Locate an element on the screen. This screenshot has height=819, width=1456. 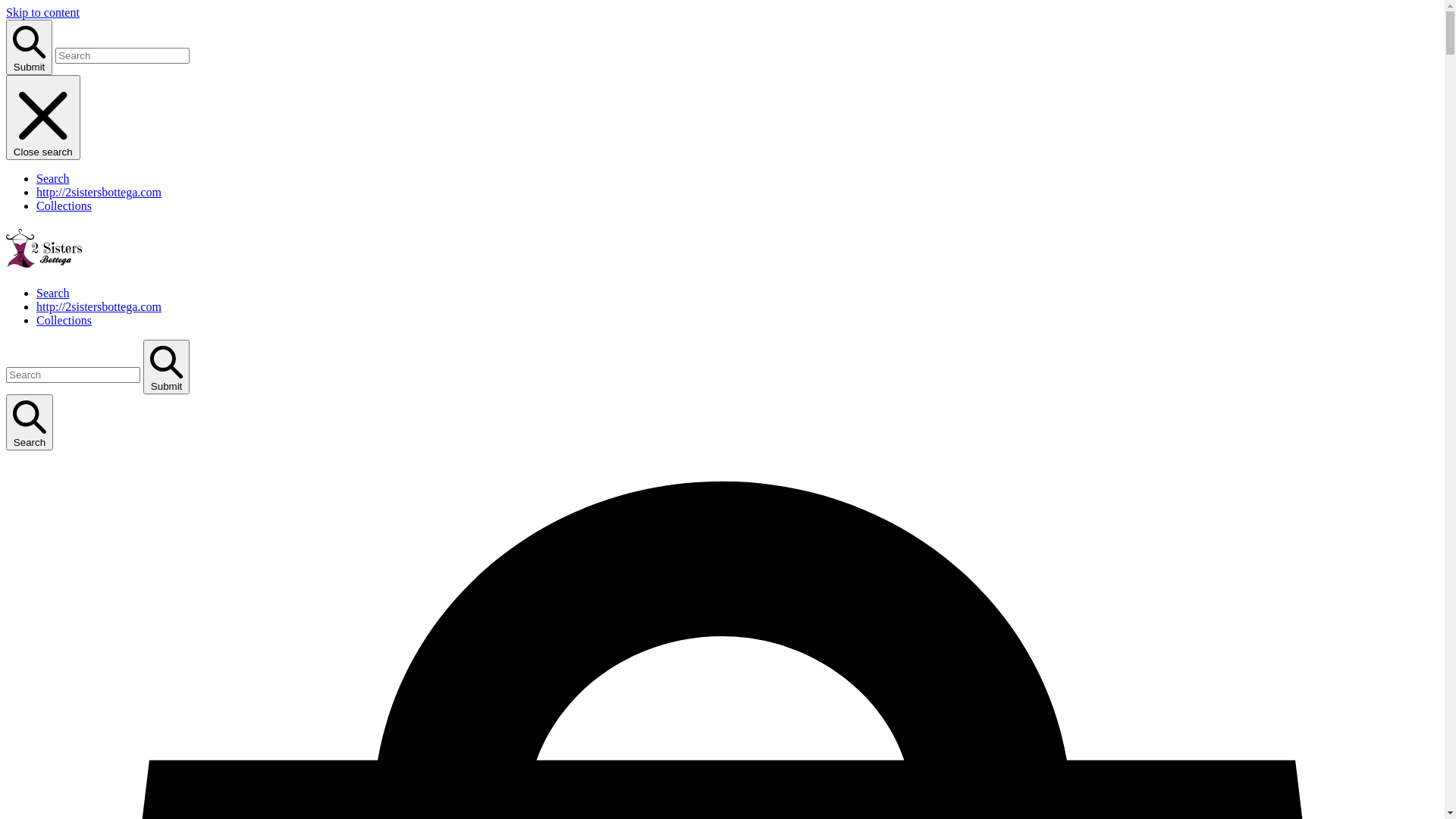
'Search' is located at coordinates (29, 422).